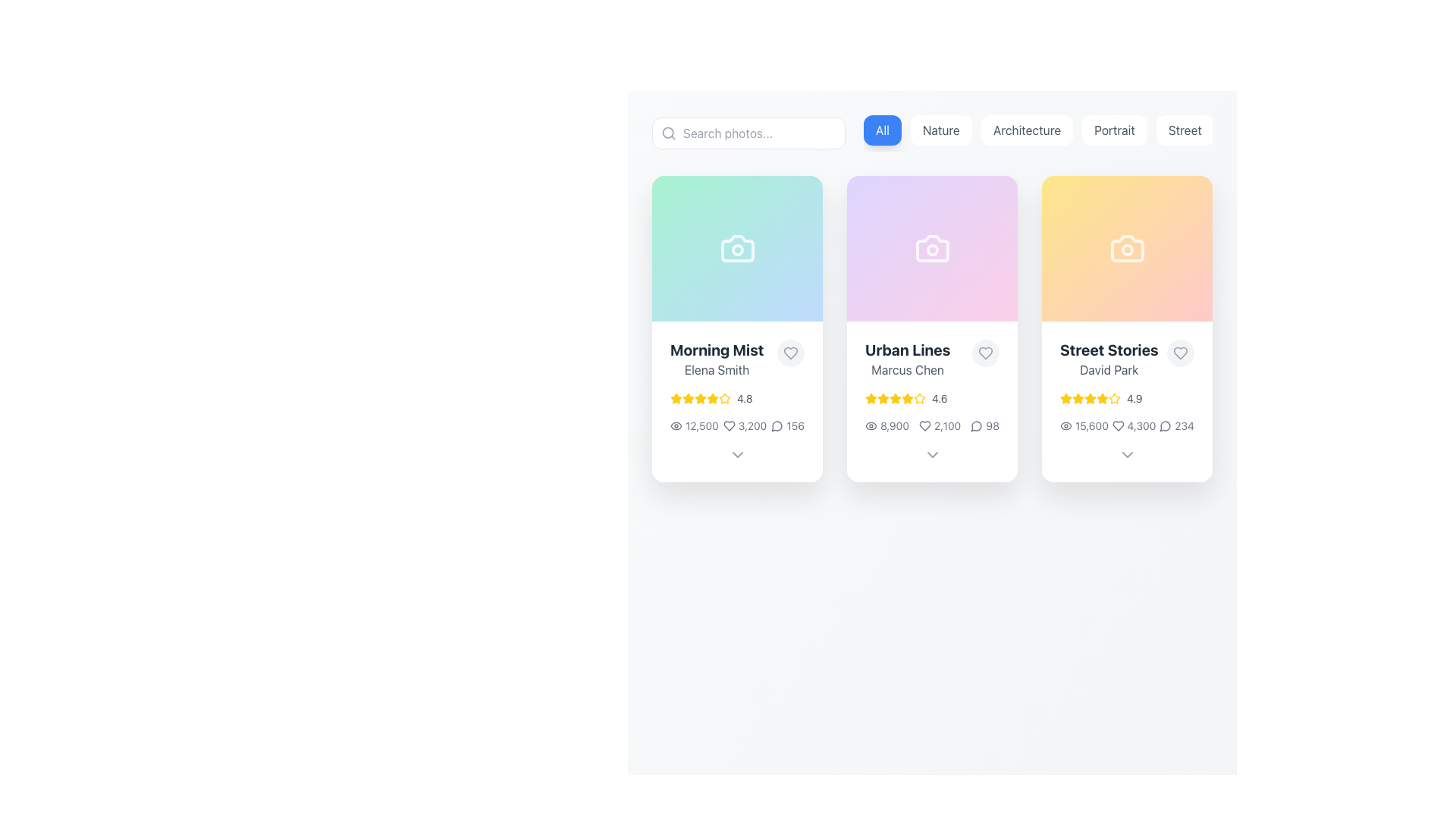  Describe the element at coordinates (1179, 353) in the screenshot. I see `the center of the 'like' icon located at the bottom-right corner of the 'Street Stories' card to 'like' or 'unlike' the content` at that location.